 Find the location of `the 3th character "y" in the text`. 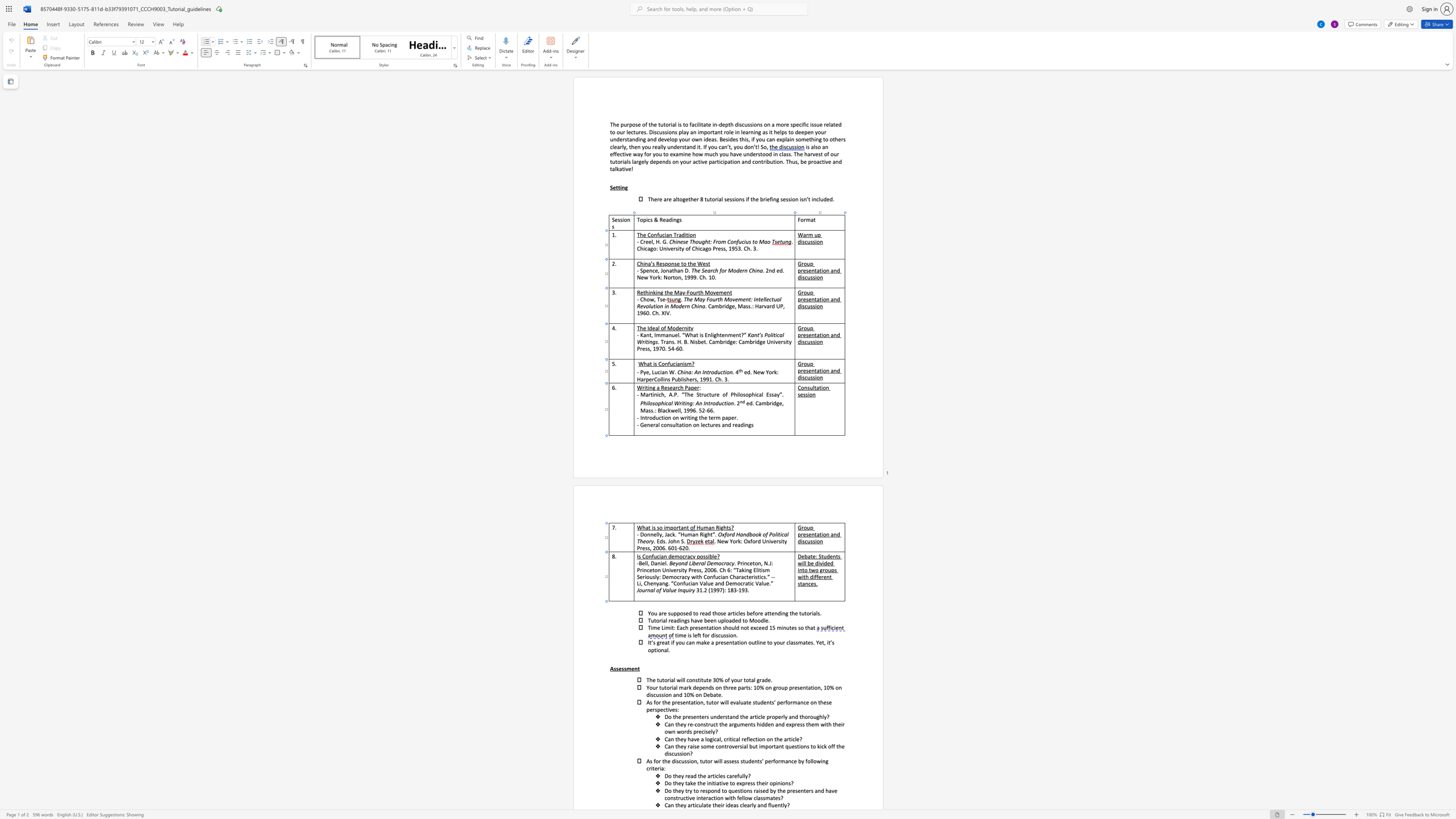

the 3th character "y" in the text is located at coordinates (774, 791).